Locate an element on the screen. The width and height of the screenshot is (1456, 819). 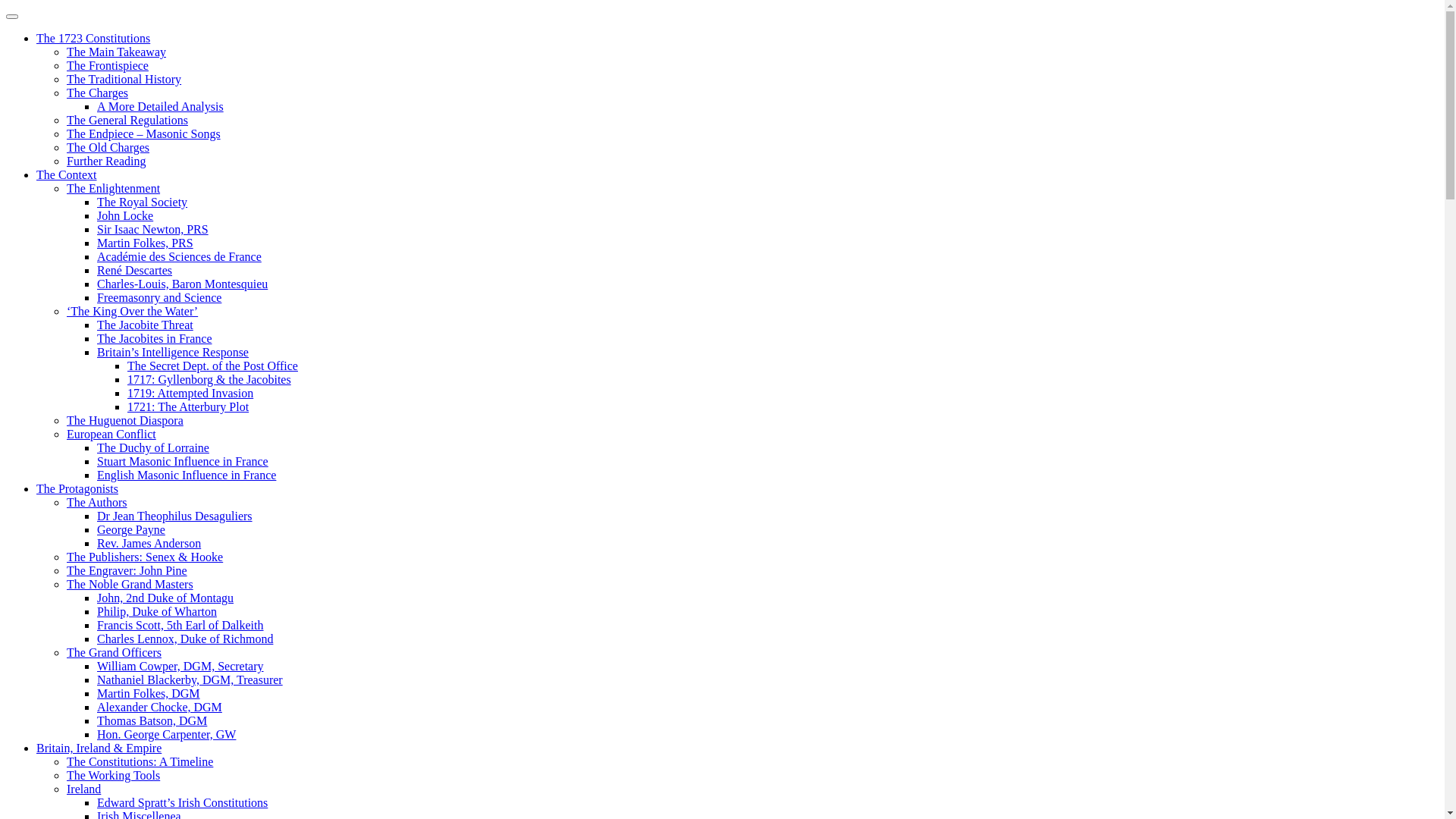
'The Grand Officers' is located at coordinates (113, 651).